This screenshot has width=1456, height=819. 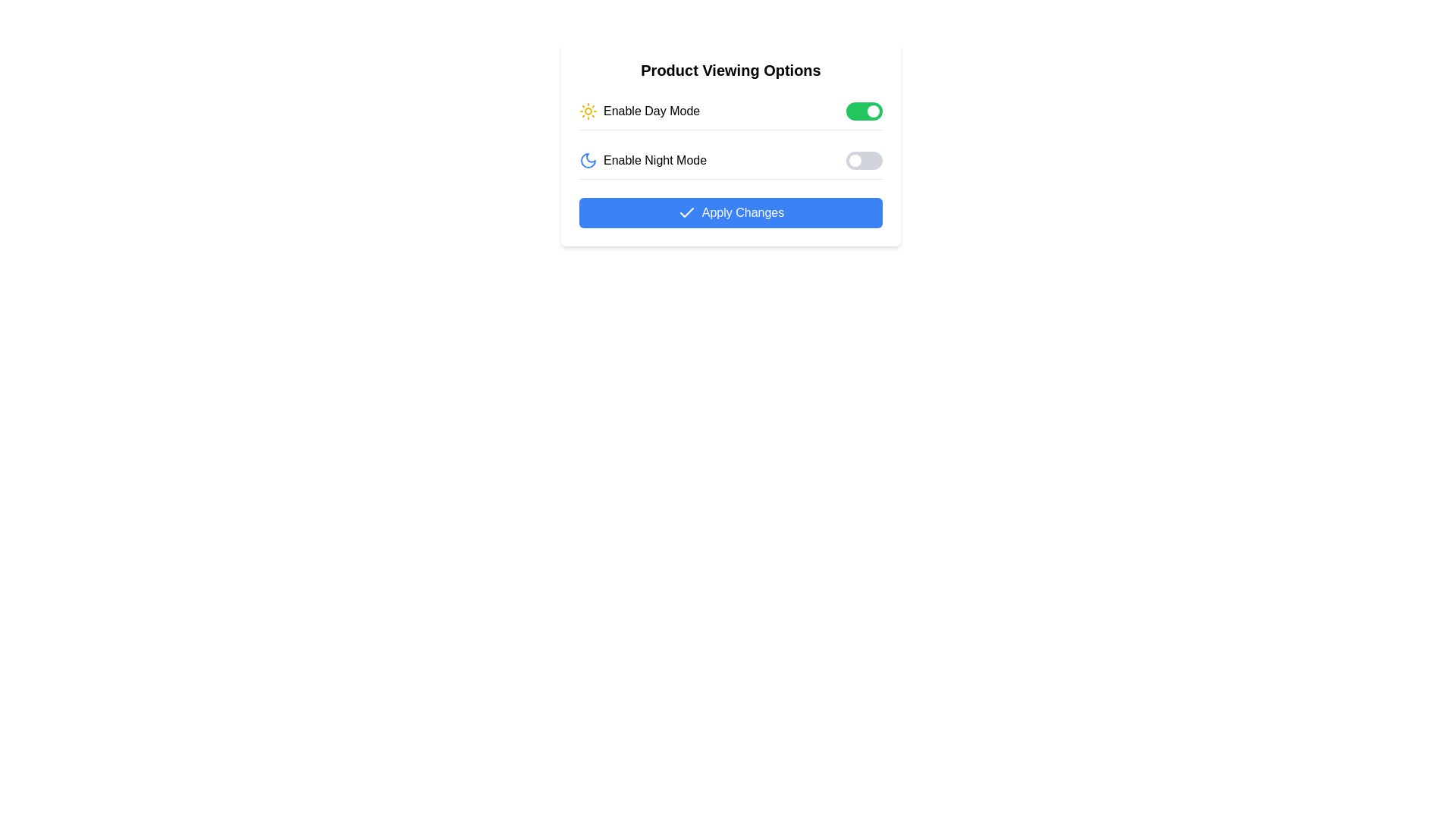 What do you see at coordinates (731, 161) in the screenshot?
I see `the 'Enable Night Mode' toggle switch in the 'Product Viewing Options' section` at bounding box center [731, 161].